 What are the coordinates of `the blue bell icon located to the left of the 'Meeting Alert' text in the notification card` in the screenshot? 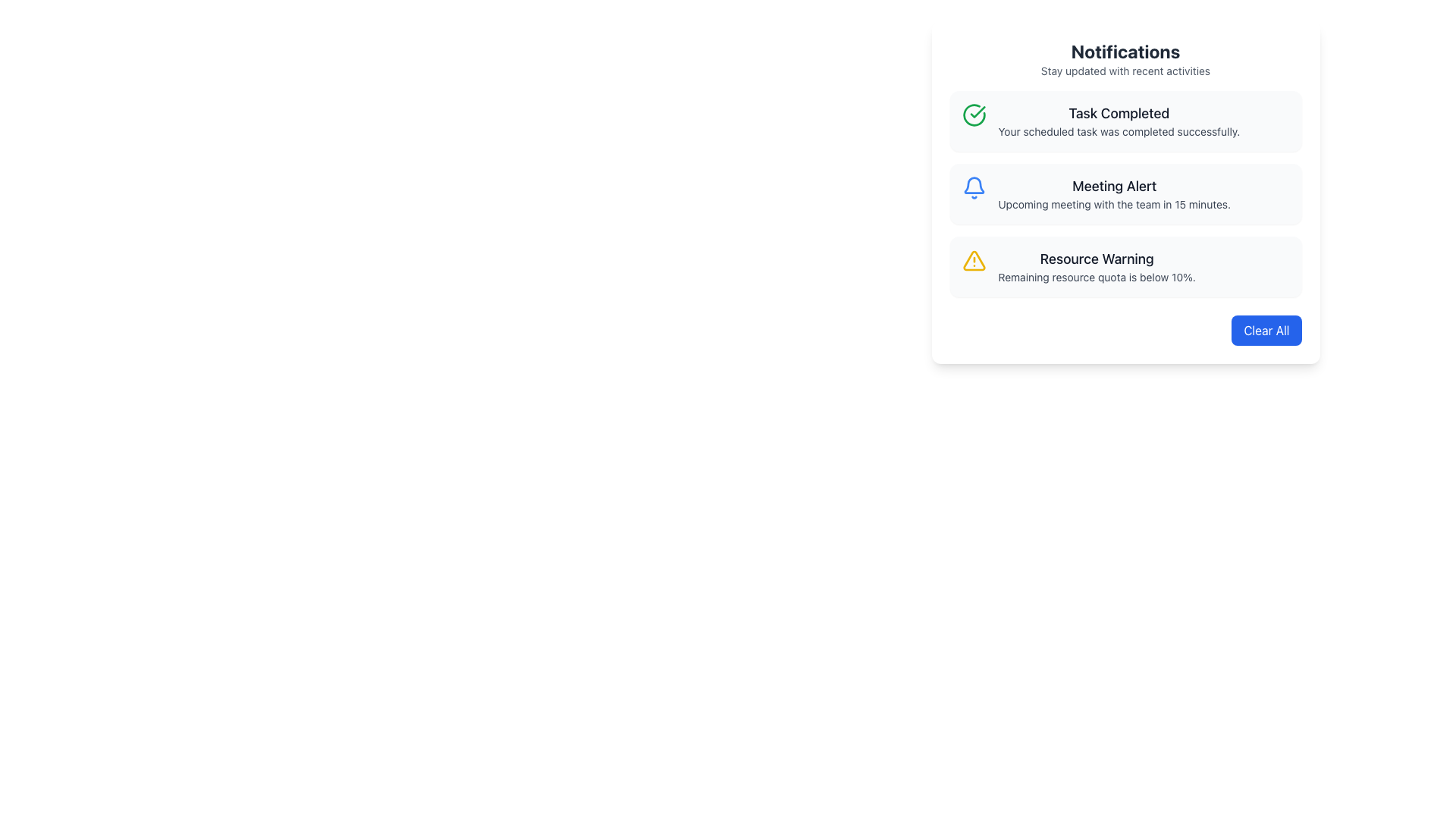 It's located at (974, 187).